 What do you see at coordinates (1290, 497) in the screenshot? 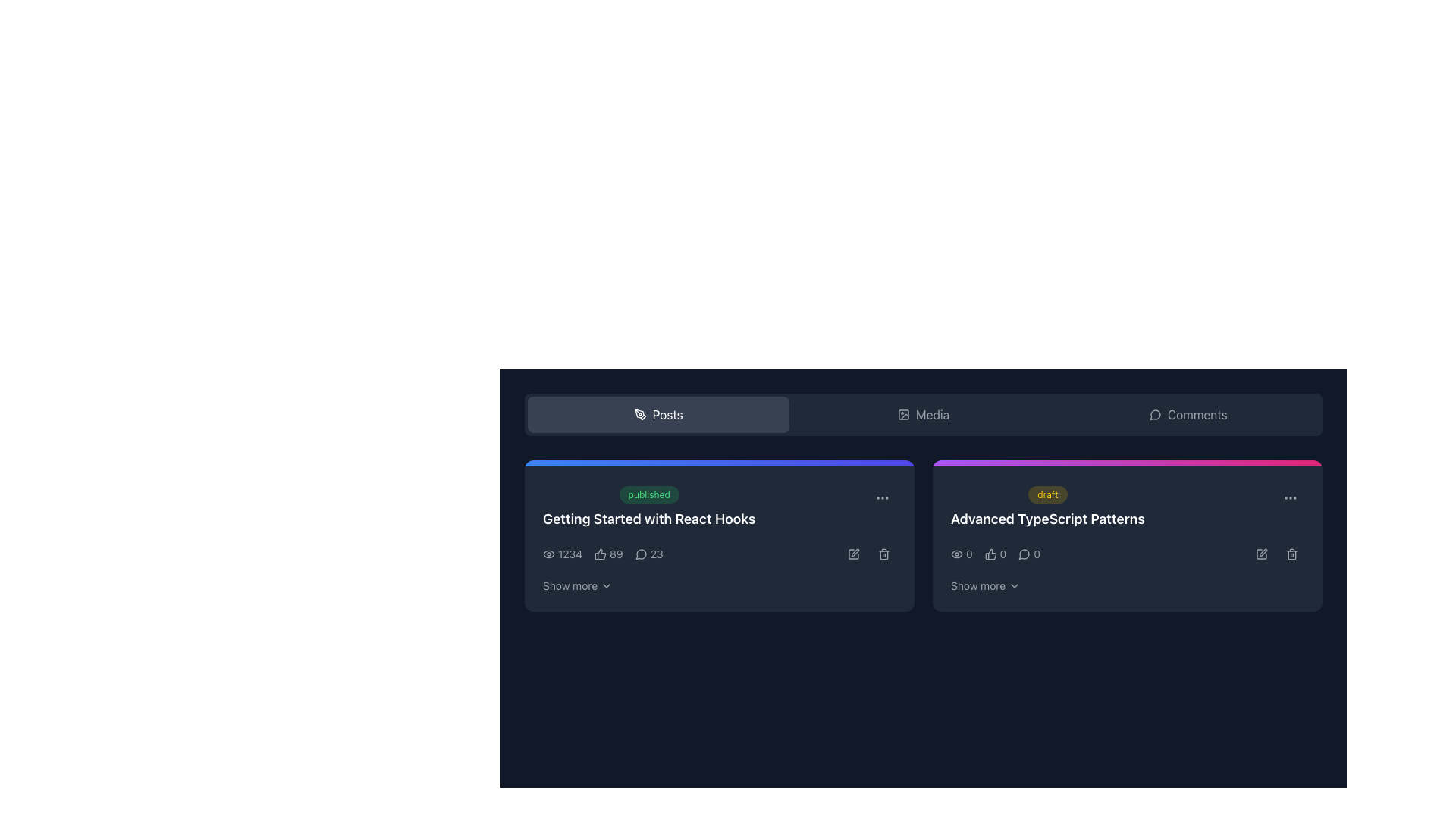
I see `the icon button located` at bounding box center [1290, 497].